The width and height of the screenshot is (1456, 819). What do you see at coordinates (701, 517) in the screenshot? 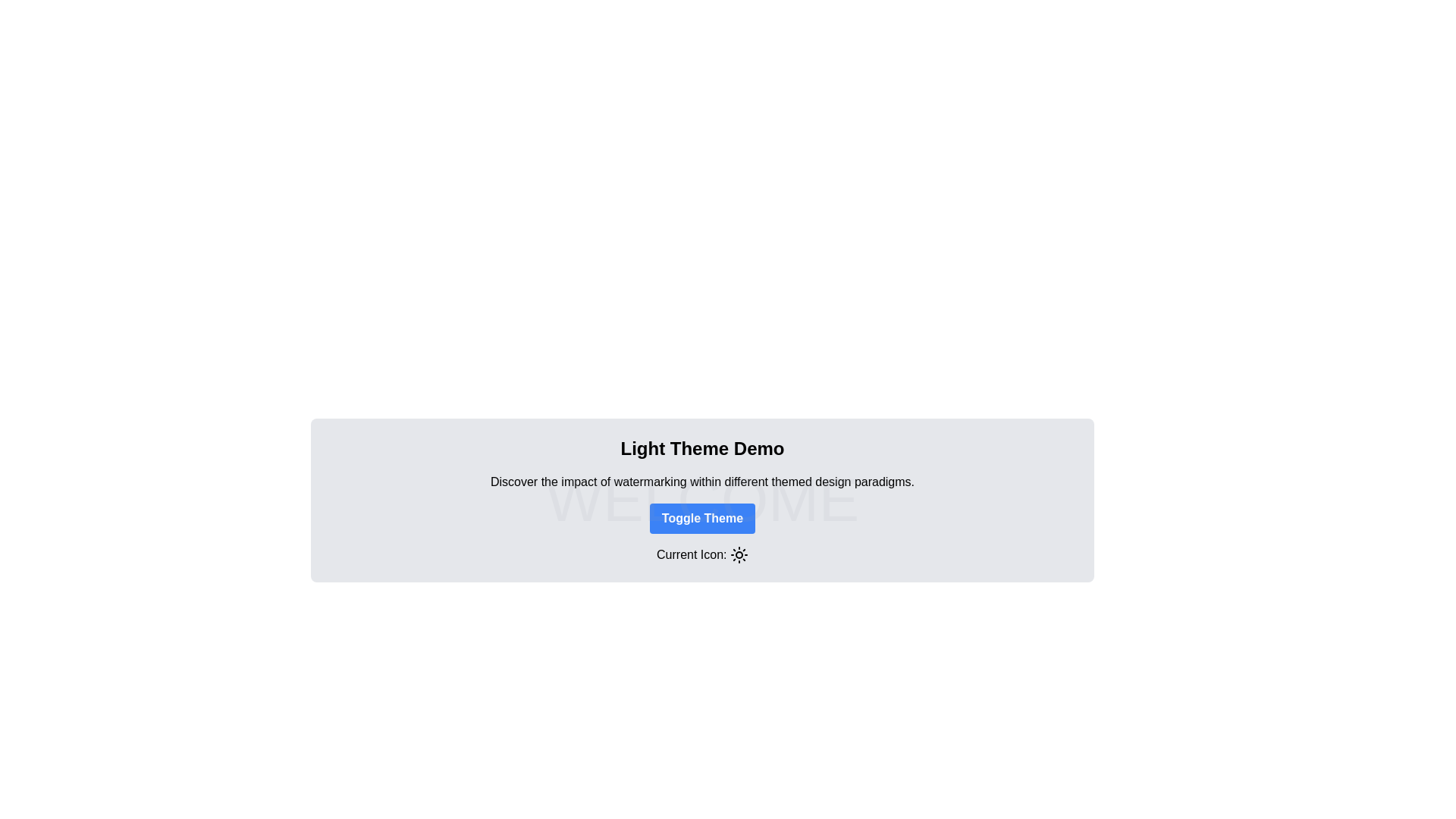
I see `the 'Toggle Theme' button, which is a rectangular button with a bold, white font on a blue background` at bounding box center [701, 517].